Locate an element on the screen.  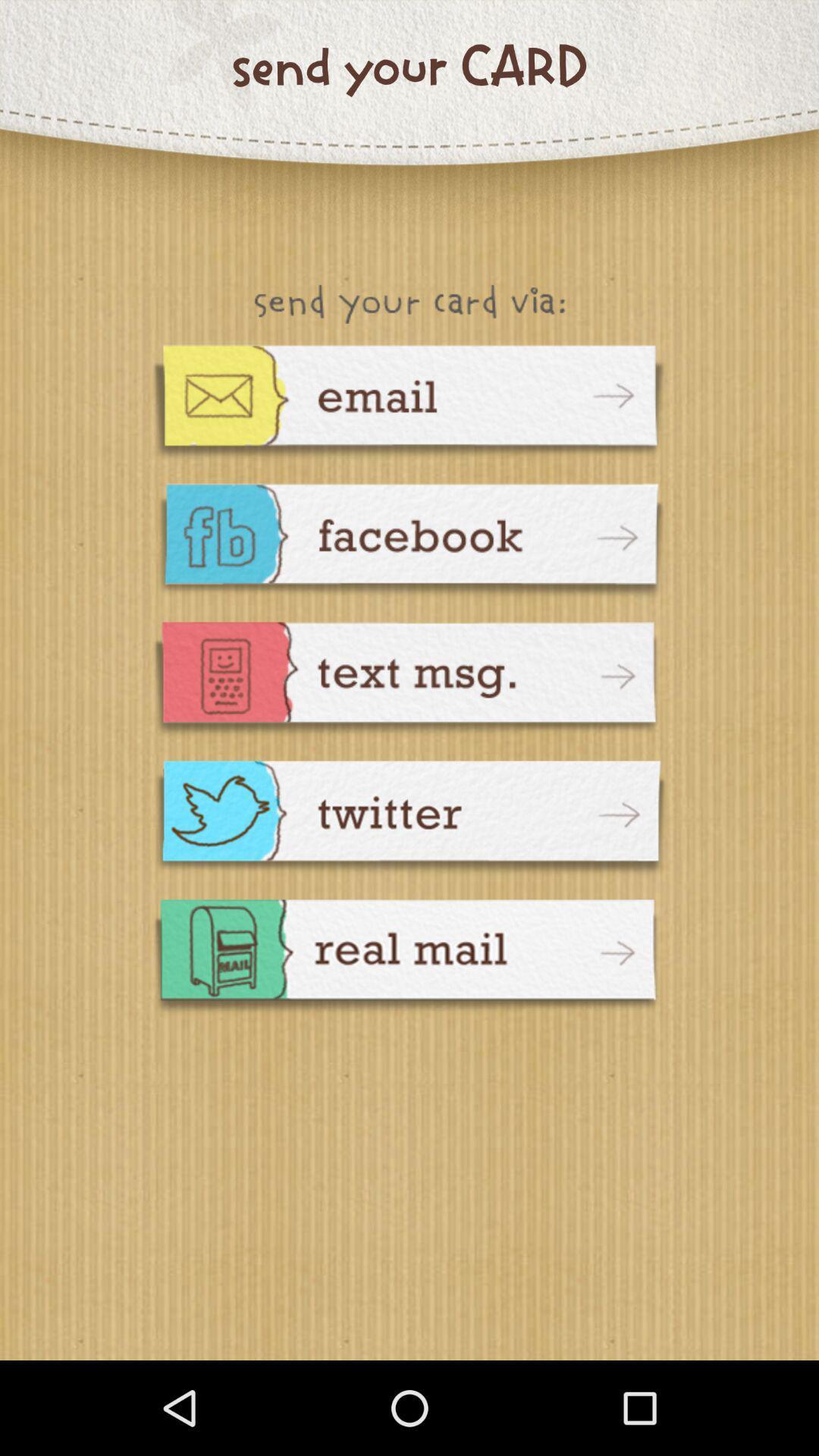
send card by text message is located at coordinates (409, 680).